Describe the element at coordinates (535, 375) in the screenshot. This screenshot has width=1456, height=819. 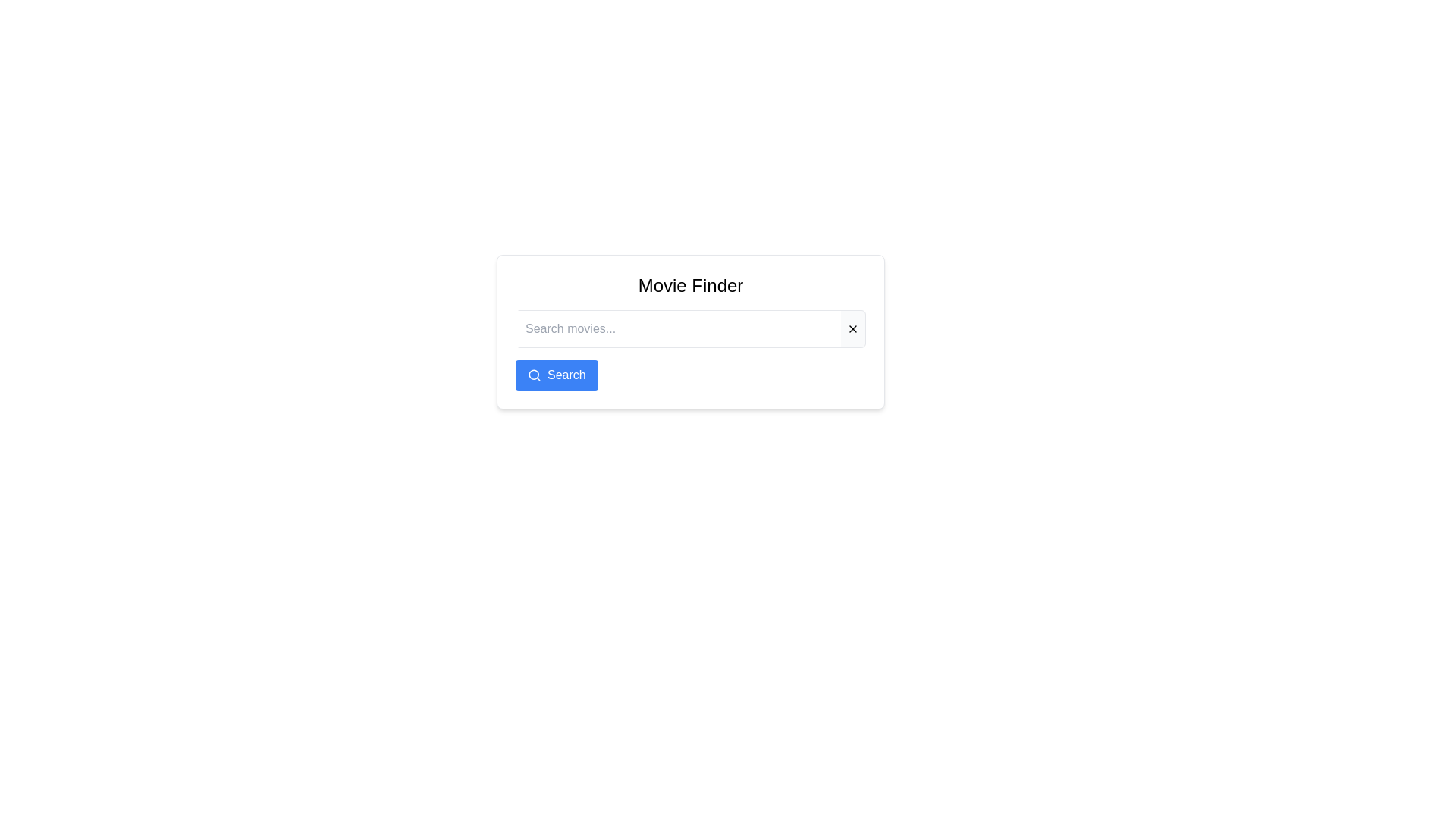
I see `the magnifying glass icon located within the blue 'Search' button in the lower right corner of the search interface` at that location.